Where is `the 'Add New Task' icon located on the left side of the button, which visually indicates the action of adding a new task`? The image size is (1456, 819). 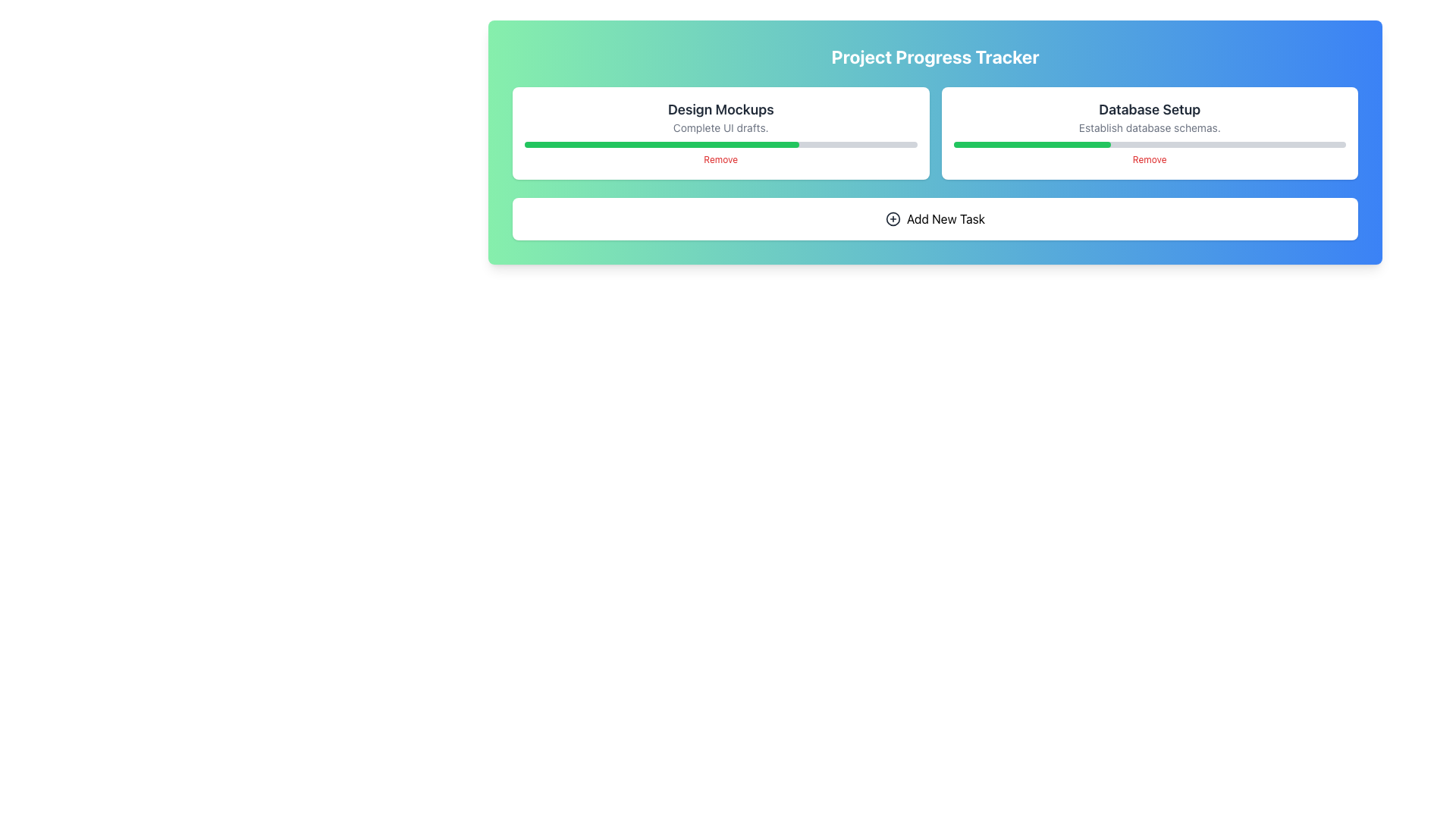
the 'Add New Task' icon located on the left side of the button, which visually indicates the action of adding a new task is located at coordinates (893, 219).